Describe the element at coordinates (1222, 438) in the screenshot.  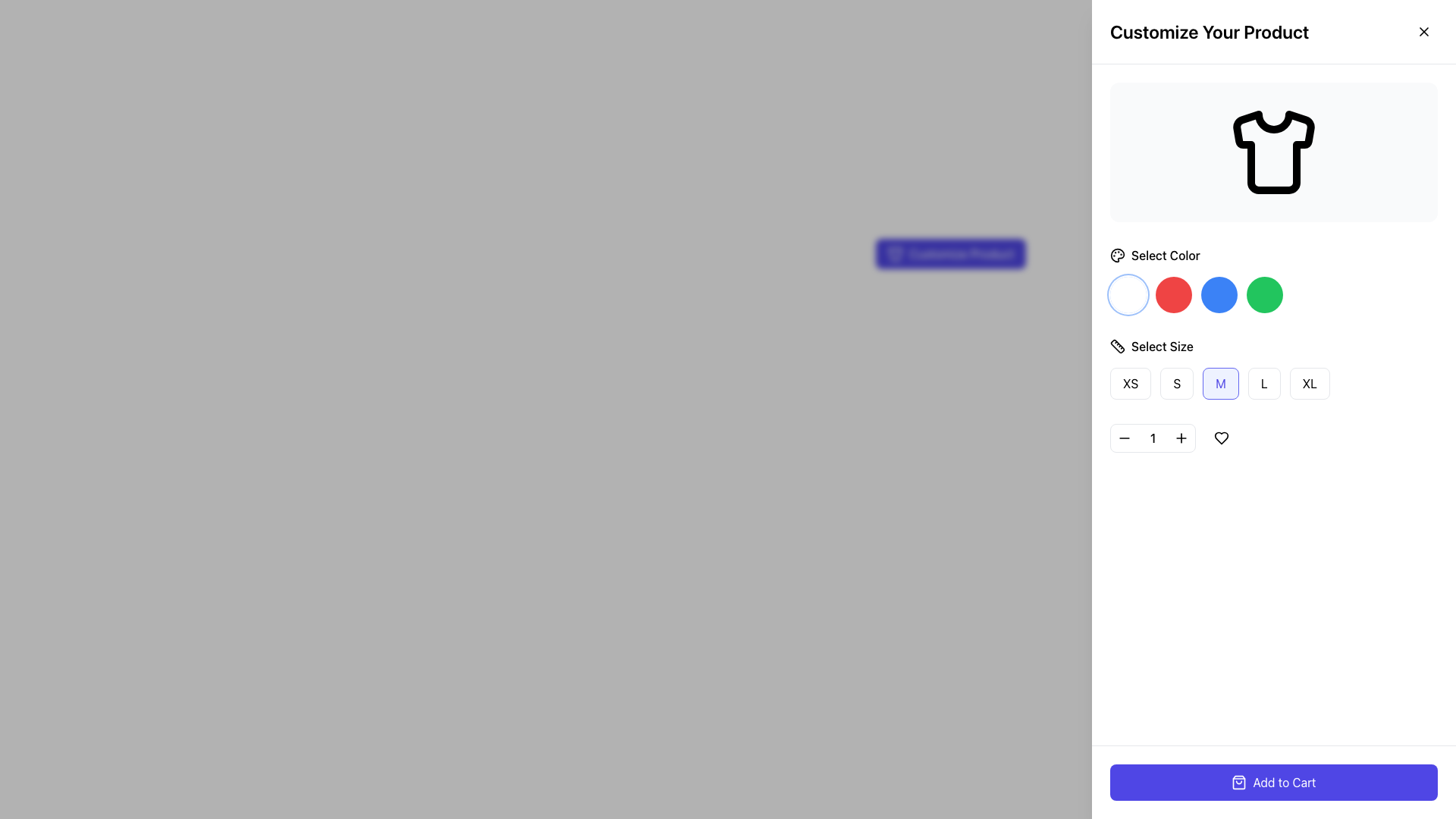
I see `the heart-shaped icon located to the right of the quantity adjustment buttons in the 'Customize Your Product' modal` at that location.